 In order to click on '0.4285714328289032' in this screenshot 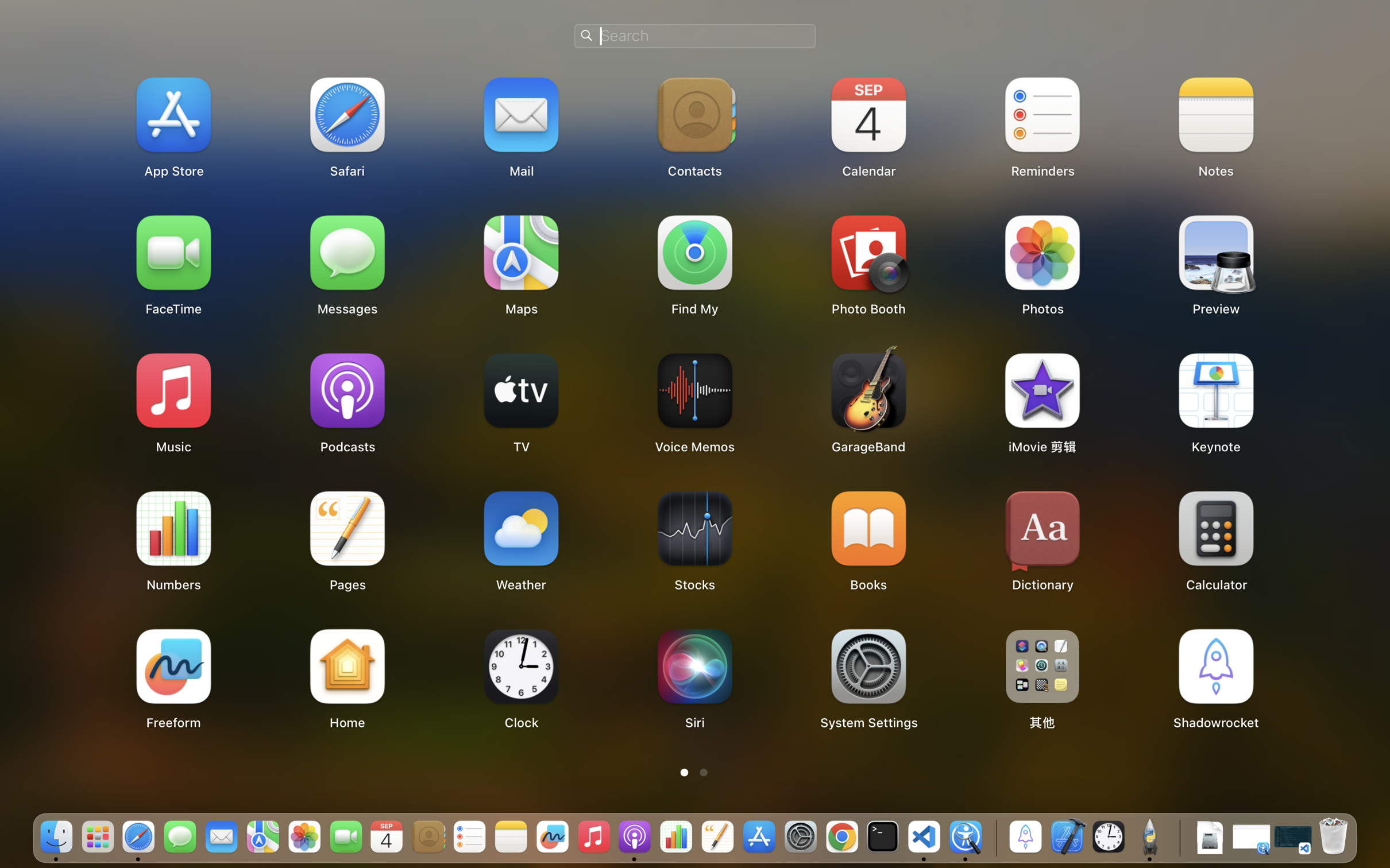, I will do `click(994, 837)`.